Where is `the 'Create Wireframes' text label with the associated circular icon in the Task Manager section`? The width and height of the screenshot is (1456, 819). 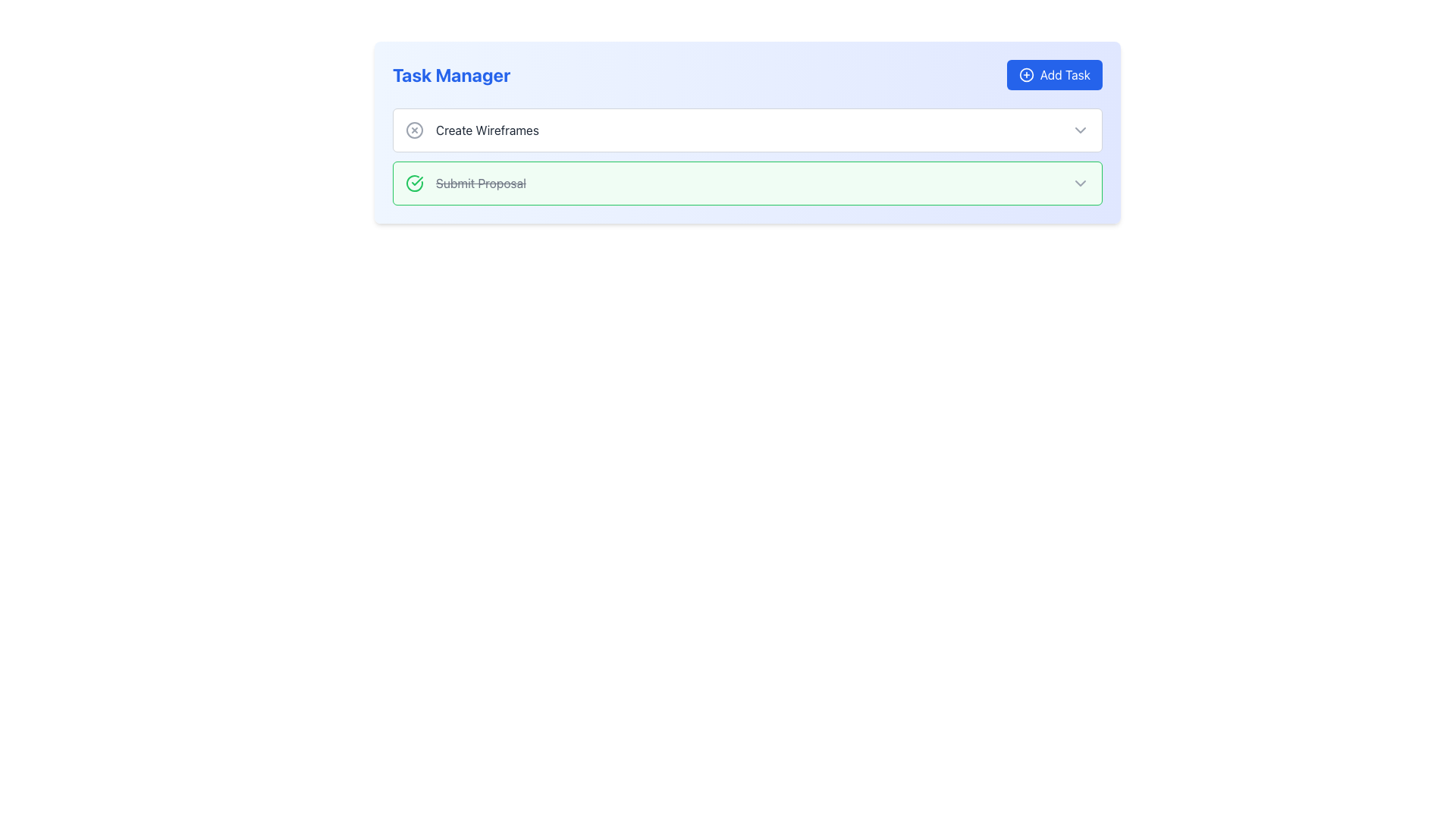
the 'Create Wireframes' text label with the associated circular icon in the Task Manager section is located at coordinates (472, 130).